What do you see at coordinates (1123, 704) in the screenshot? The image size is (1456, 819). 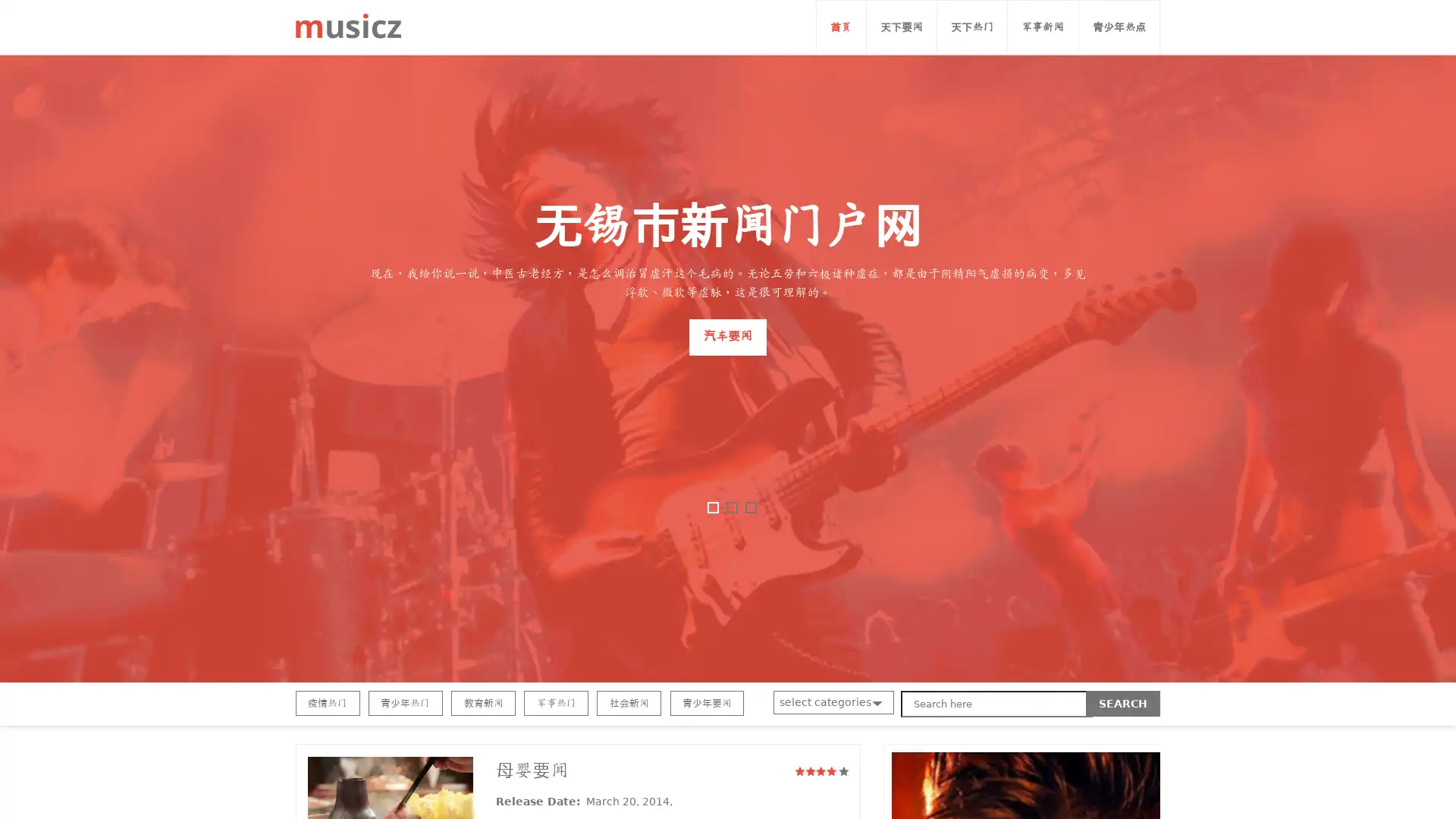 I see `search` at bounding box center [1123, 704].